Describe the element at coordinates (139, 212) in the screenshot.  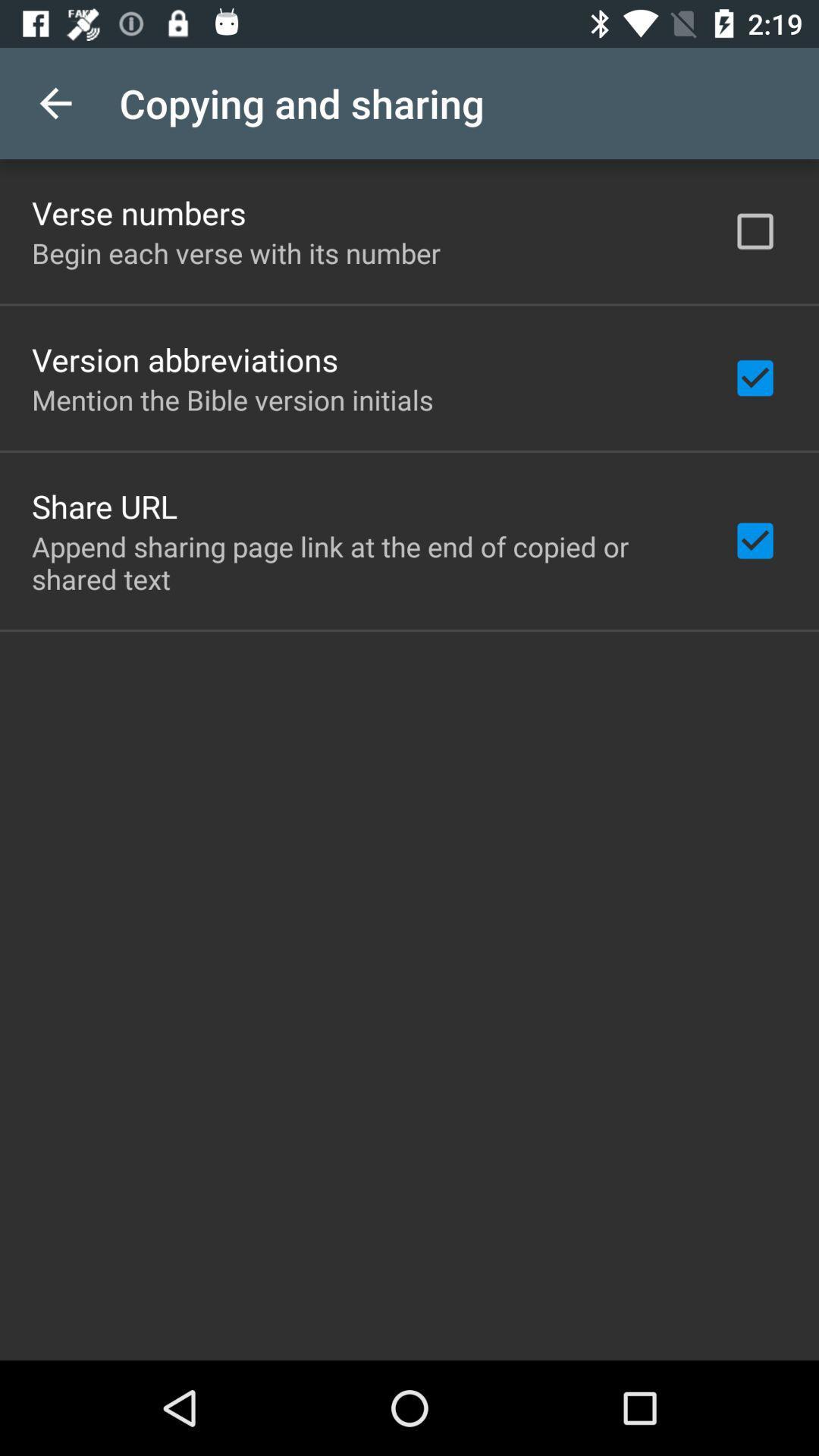
I see `verse numbers item` at that location.